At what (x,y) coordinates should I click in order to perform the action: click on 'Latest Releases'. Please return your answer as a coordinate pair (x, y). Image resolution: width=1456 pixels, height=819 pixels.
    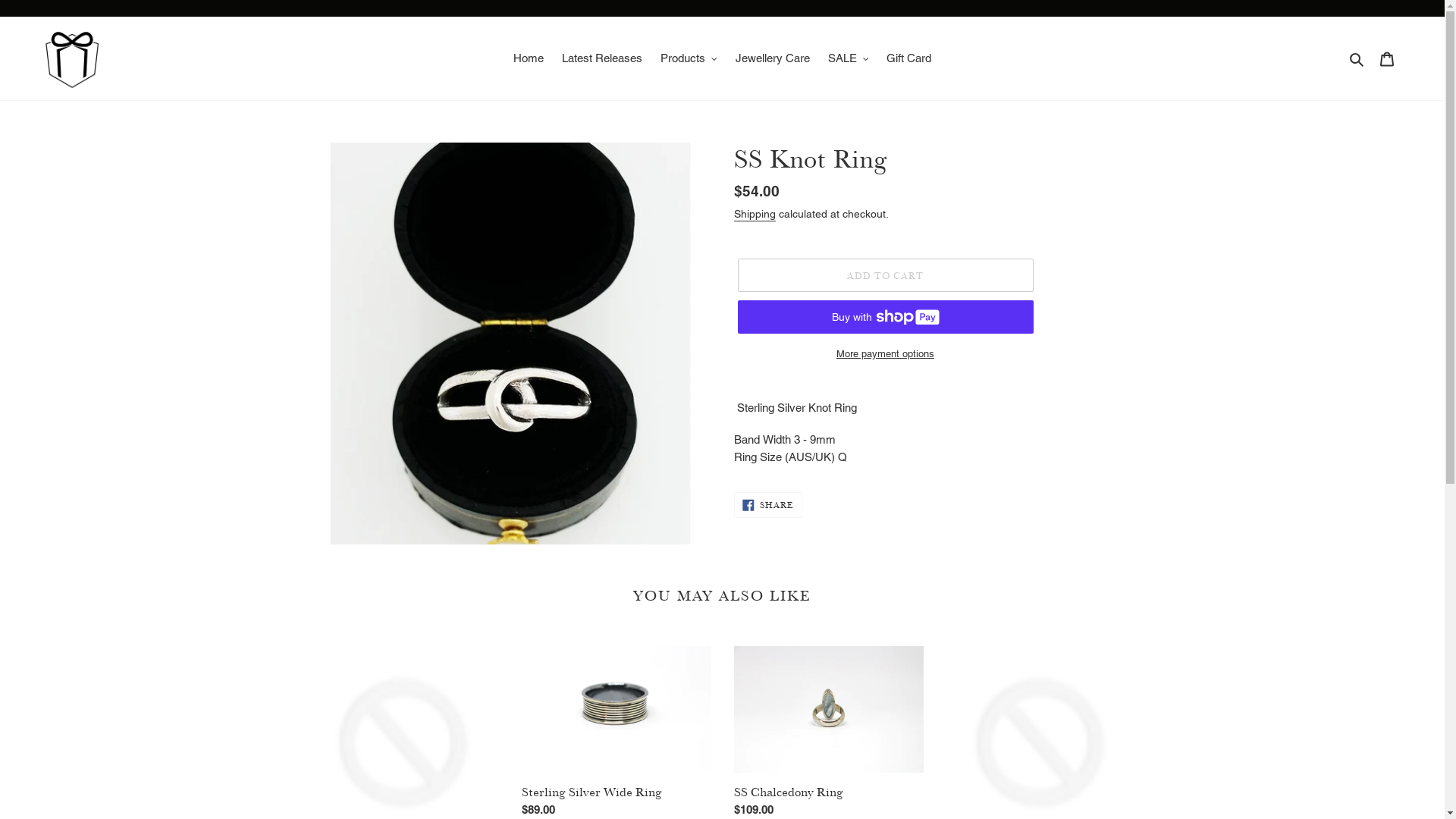
    Looking at the image, I should click on (601, 58).